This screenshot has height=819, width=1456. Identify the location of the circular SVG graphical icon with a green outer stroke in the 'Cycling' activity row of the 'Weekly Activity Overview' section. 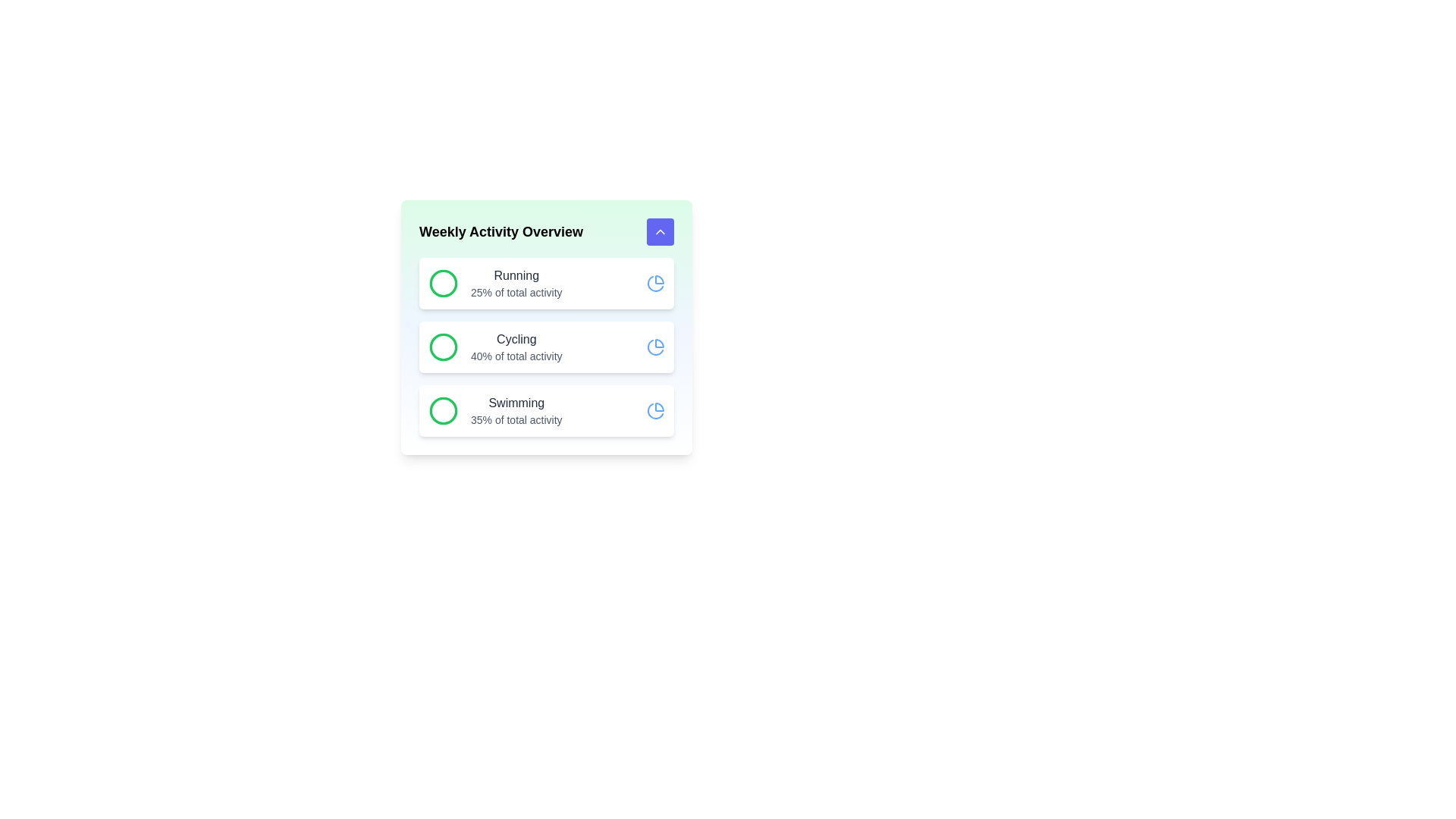
(443, 347).